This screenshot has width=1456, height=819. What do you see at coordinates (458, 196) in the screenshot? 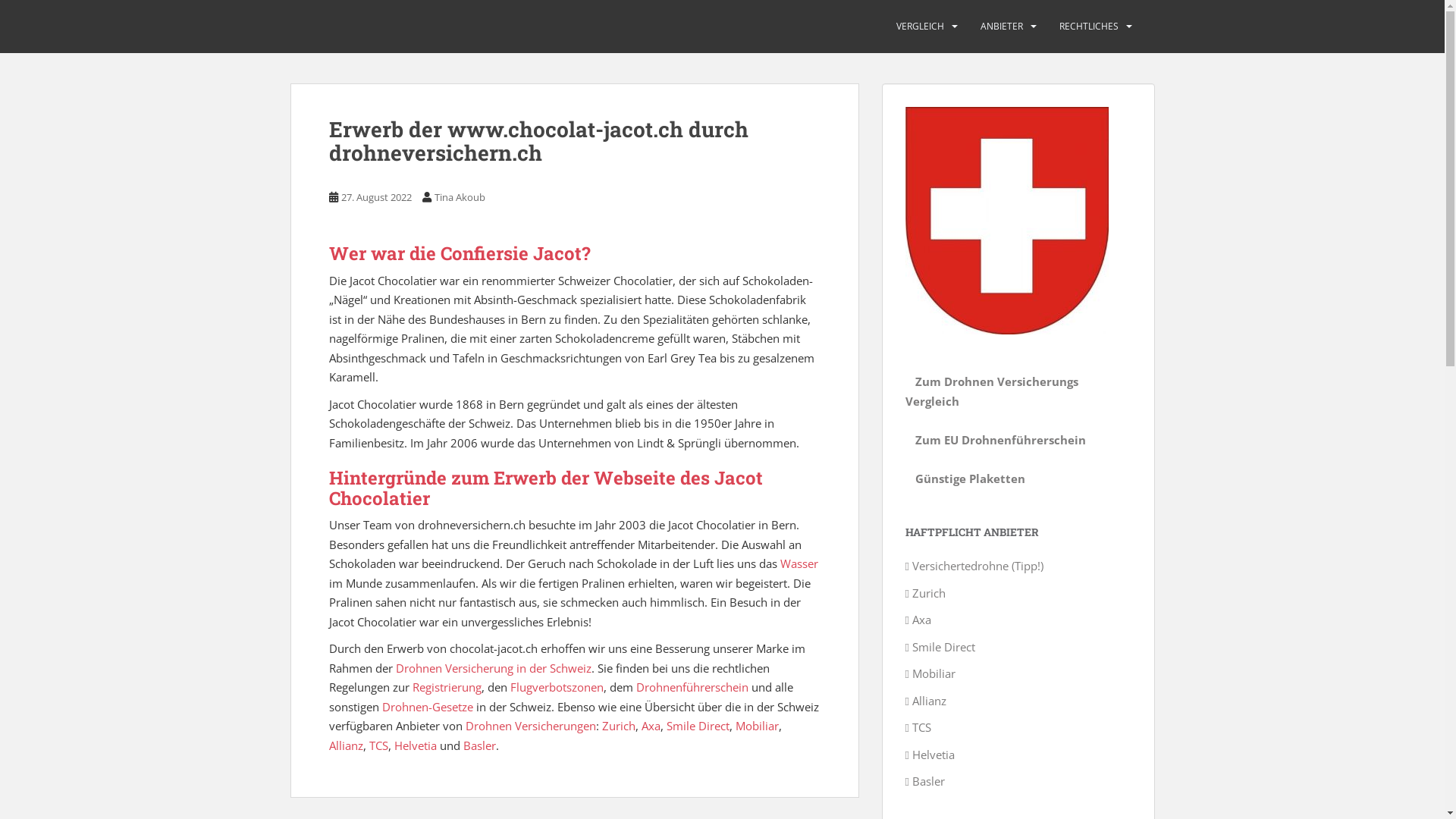
I see `'Tina Akoub'` at bounding box center [458, 196].